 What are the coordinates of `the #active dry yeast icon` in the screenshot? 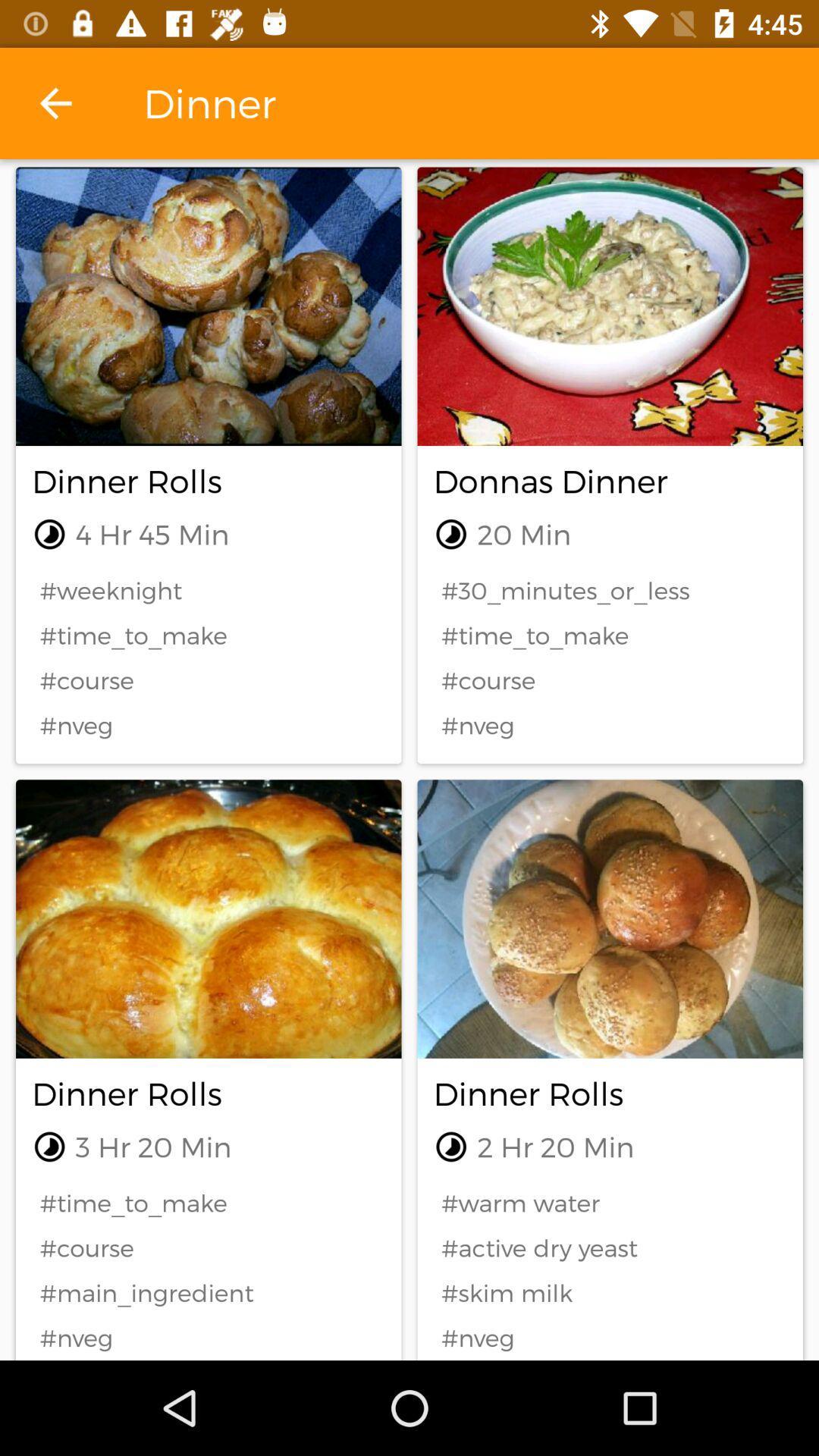 It's located at (609, 1247).